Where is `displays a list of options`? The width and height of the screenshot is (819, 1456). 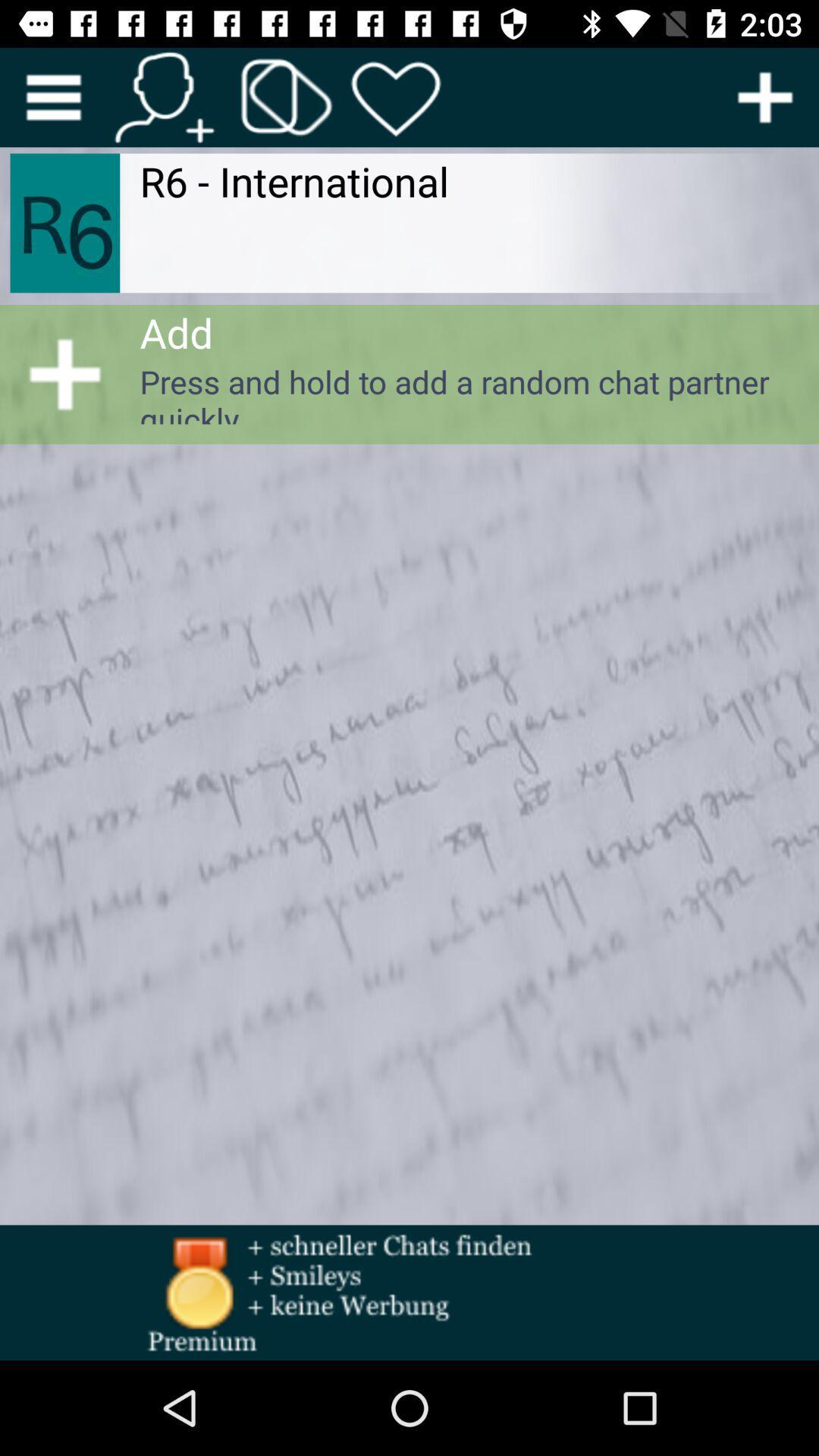
displays a list of options is located at coordinates (52, 96).